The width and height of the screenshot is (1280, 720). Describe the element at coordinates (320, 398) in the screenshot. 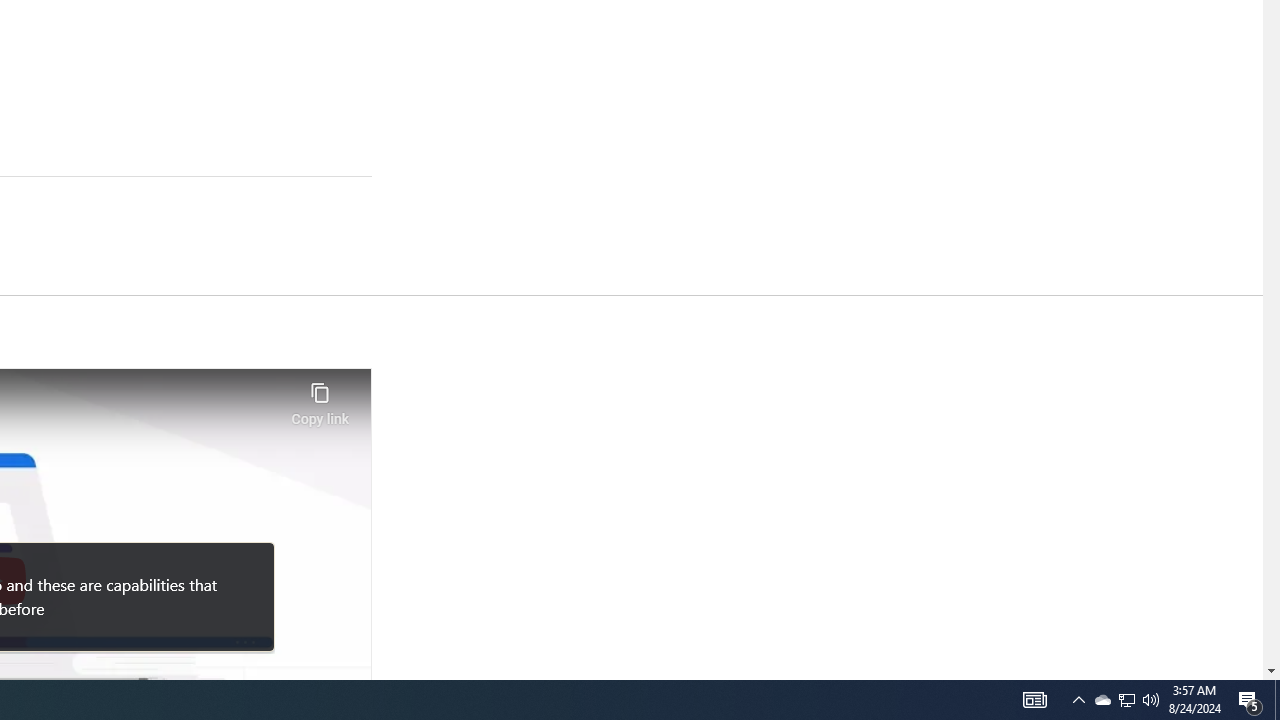

I see `'Copy link'` at that location.